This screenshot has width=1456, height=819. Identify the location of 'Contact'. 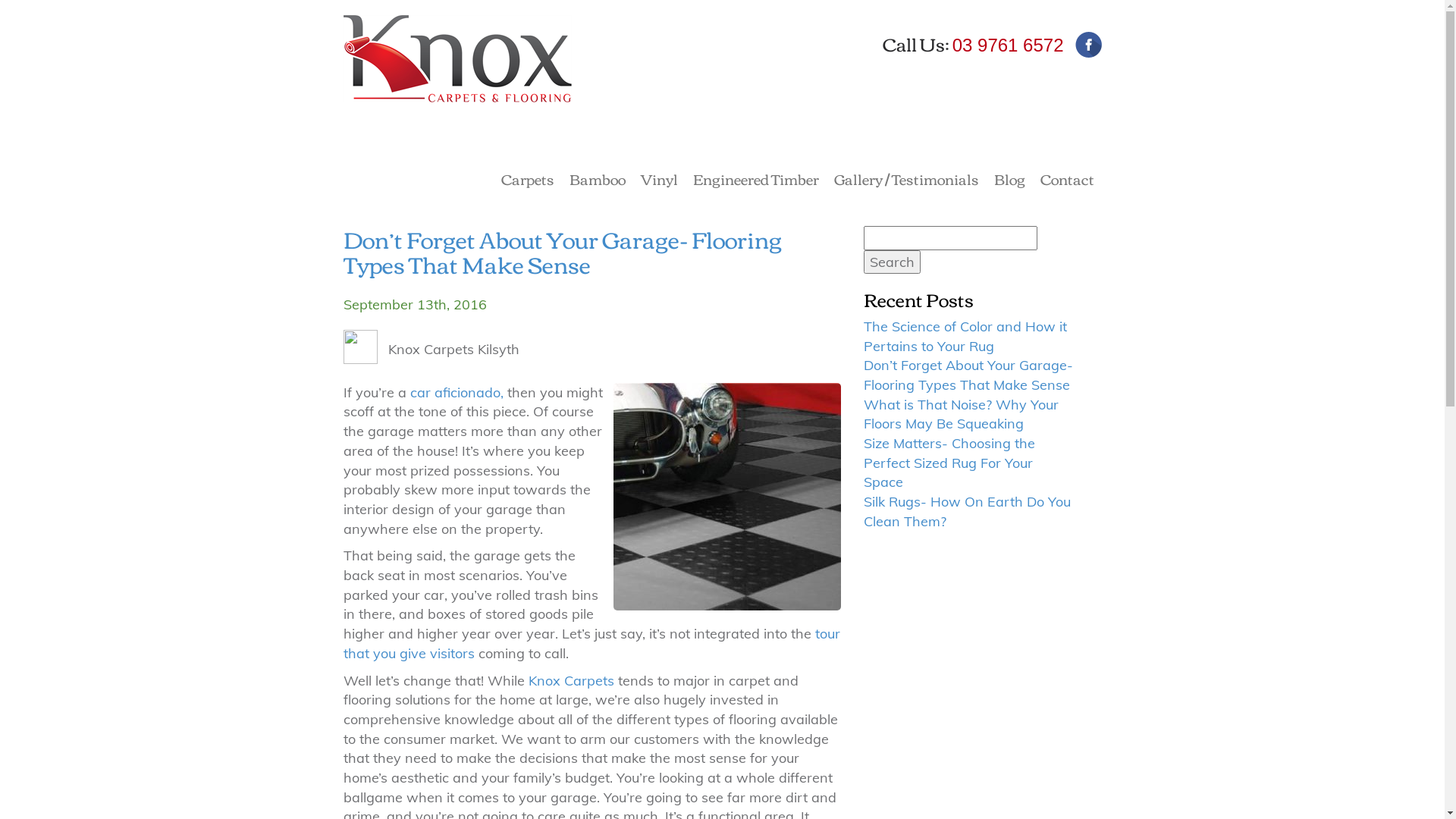
(1032, 180).